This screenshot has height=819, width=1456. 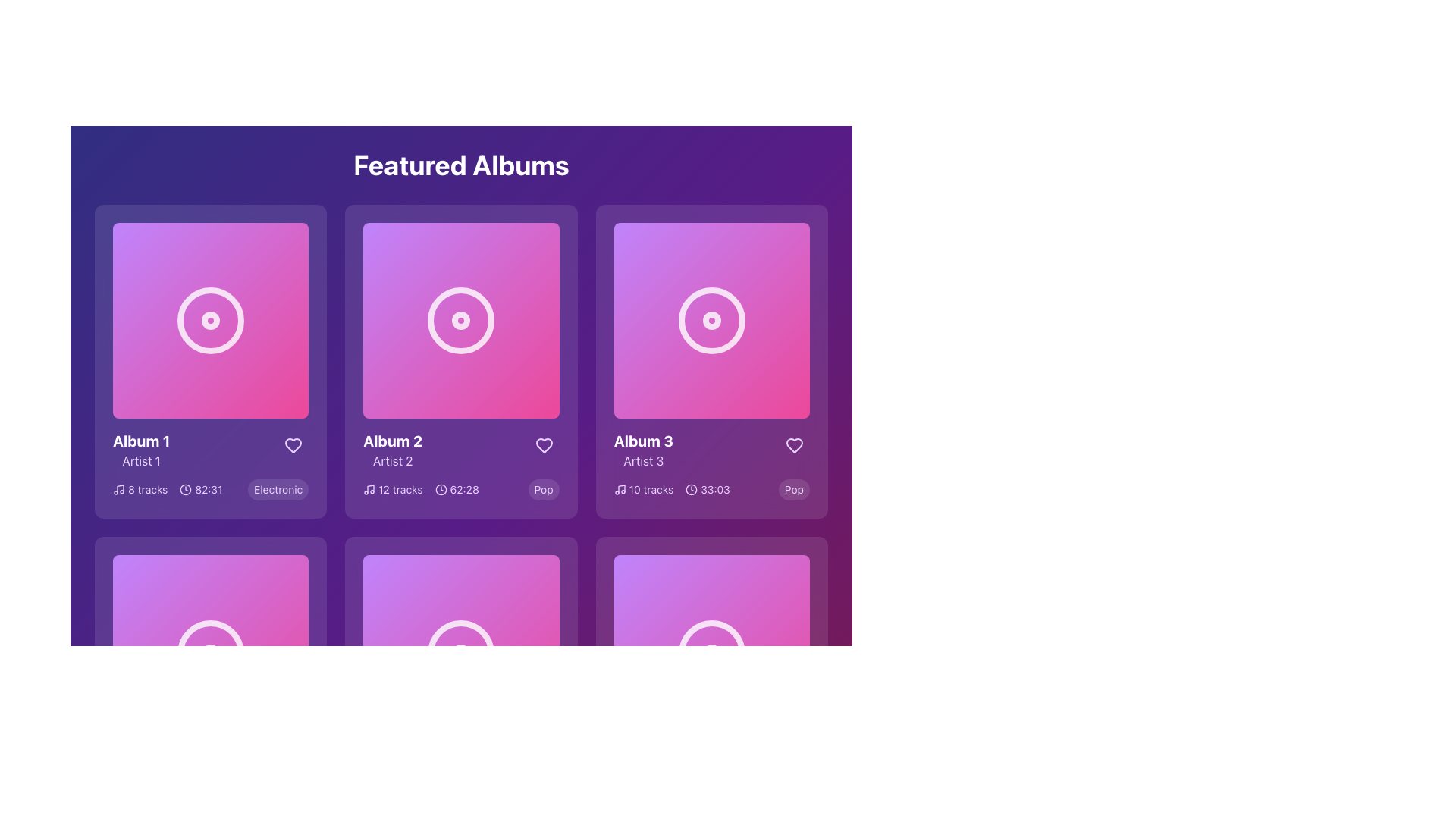 I want to click on the text label indicating the artist associated with the album 'Album 2', located under the 'Album 2' title in the second album tile, so click(x=393, y=460).